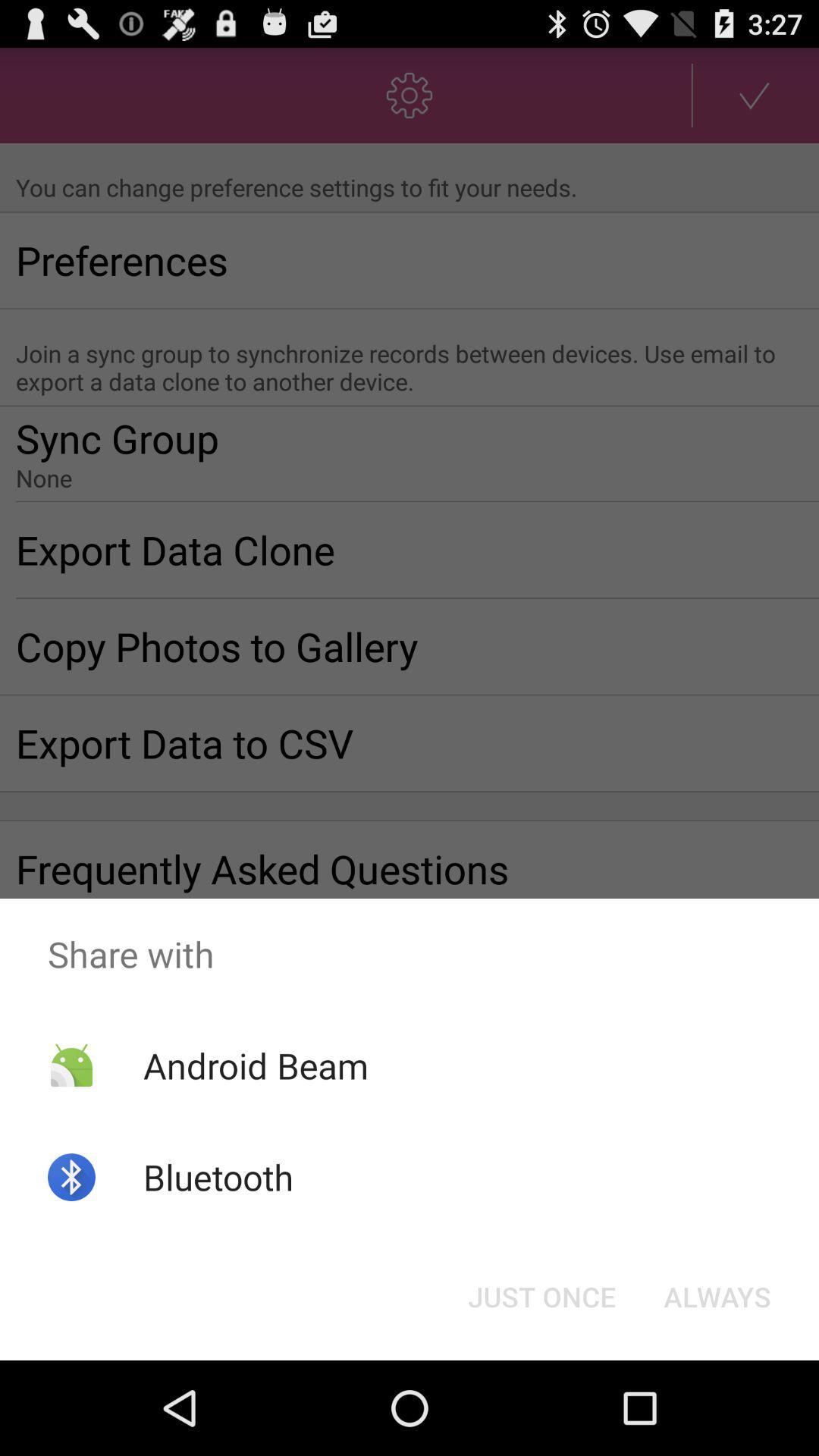  Describe the element at coordinates (218, 1176) in the screenshot. I see `icon below the android beam item` at that location.